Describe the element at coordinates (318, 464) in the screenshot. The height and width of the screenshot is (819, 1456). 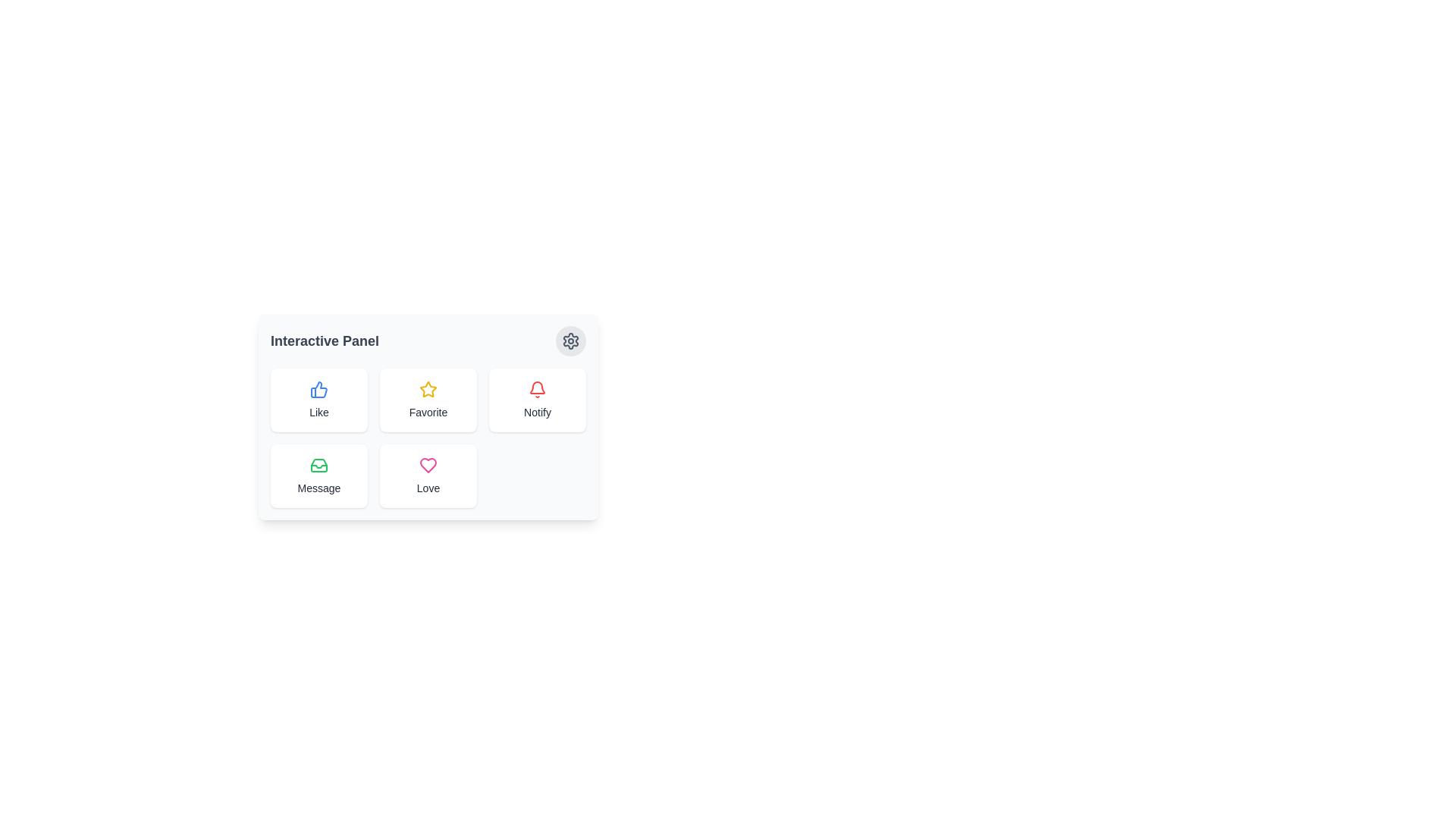
I see `the green outline inbox icon with a downward arrow, located above the 'Message' label in the Interactive Panel` at that location.